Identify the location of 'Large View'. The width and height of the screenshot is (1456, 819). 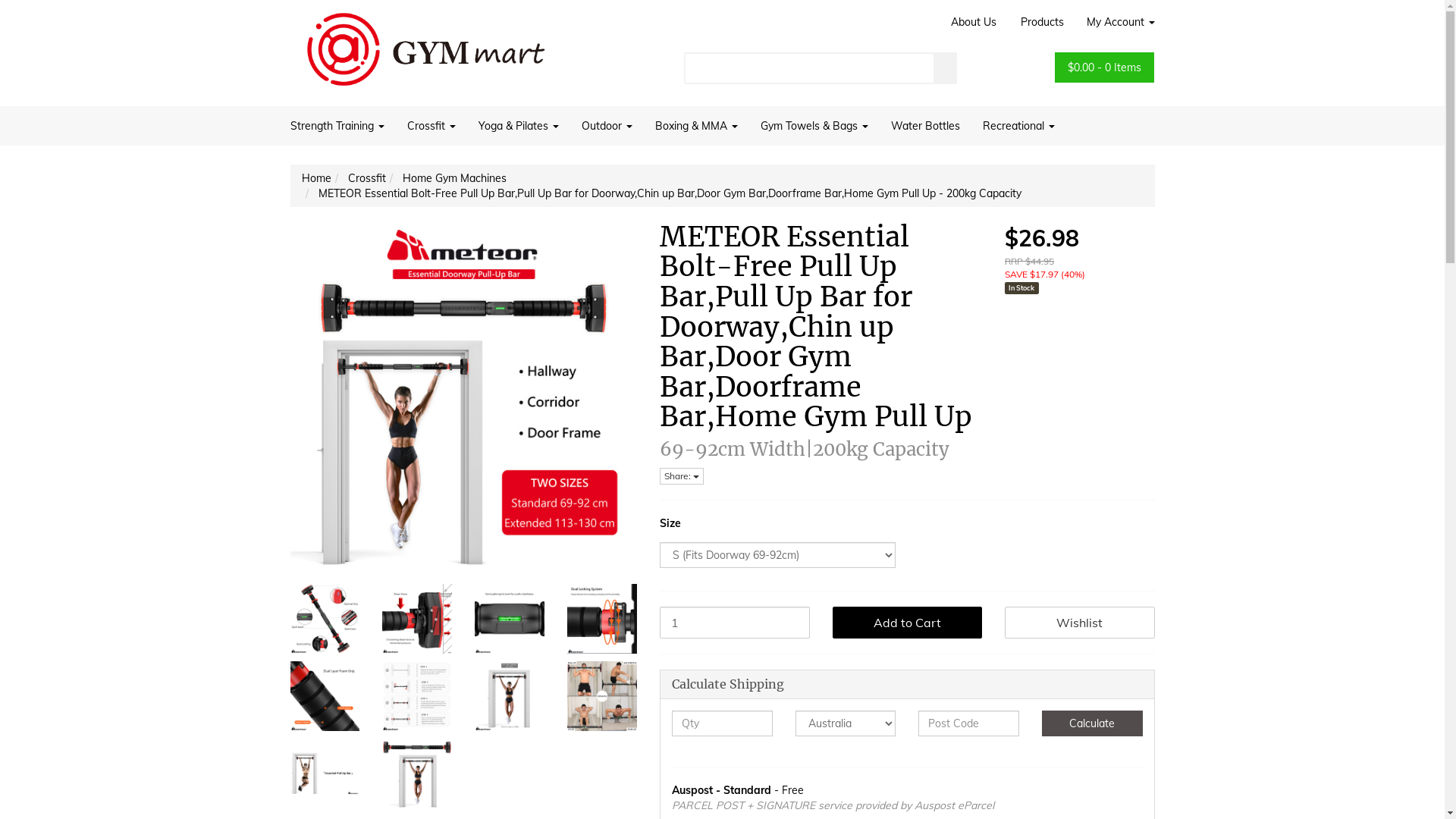
(382, 773).